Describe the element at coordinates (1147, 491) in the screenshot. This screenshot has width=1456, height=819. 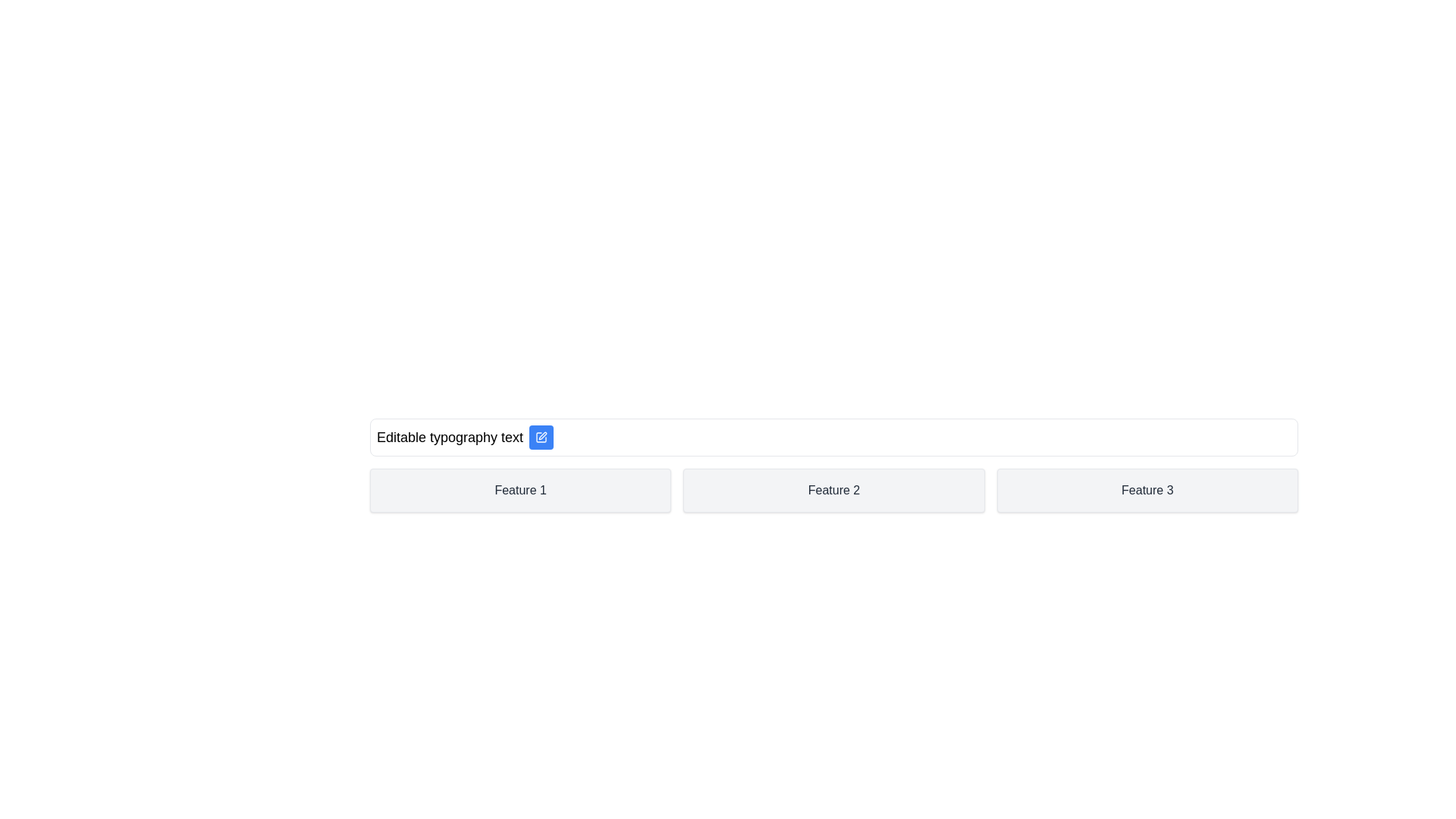
I see `text label 'Feature 3' located within the button on the far right of the horizontal row of buttons` at that location.